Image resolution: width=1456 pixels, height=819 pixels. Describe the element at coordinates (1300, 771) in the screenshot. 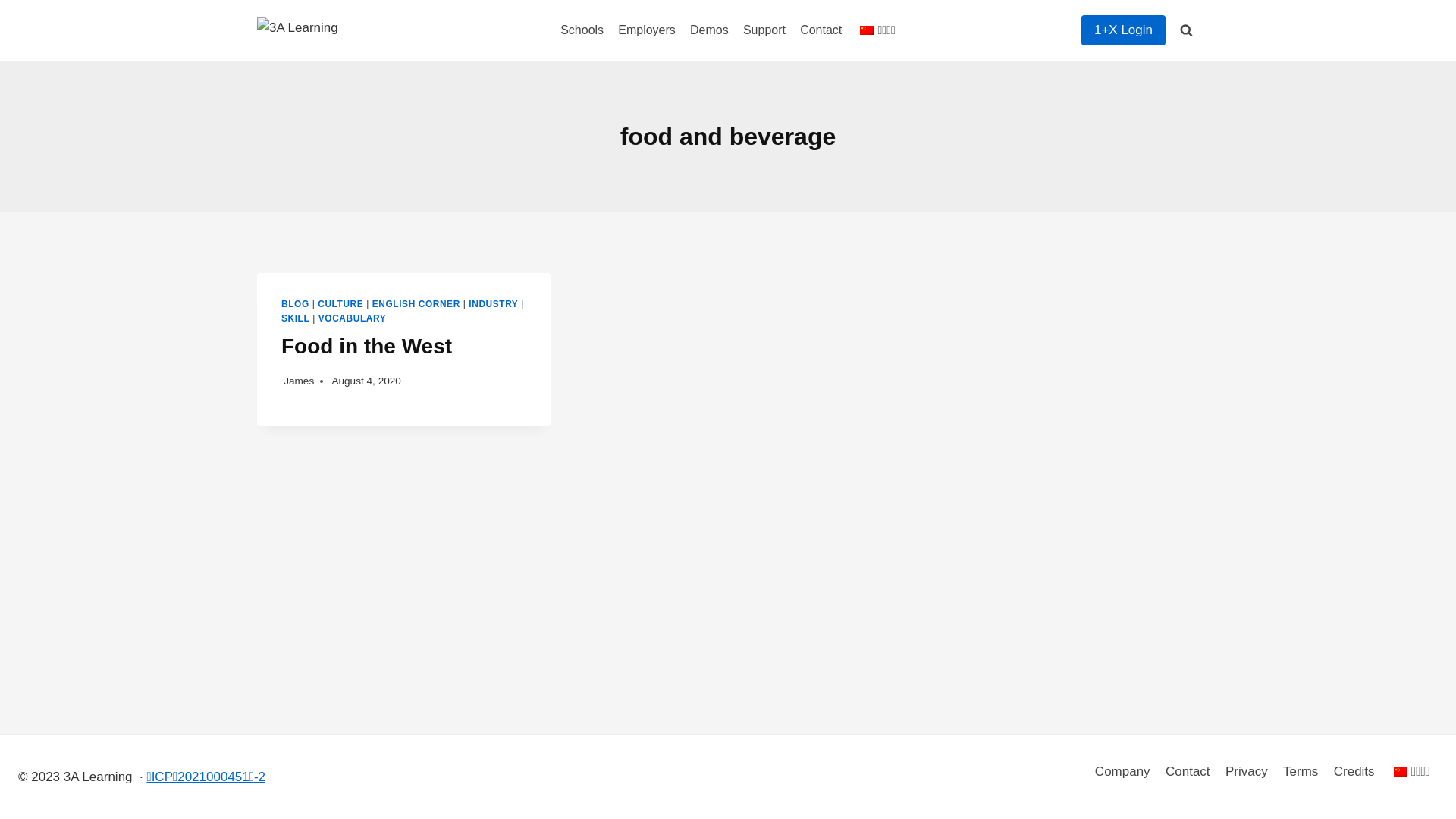

I see `'Terms'` at that location.